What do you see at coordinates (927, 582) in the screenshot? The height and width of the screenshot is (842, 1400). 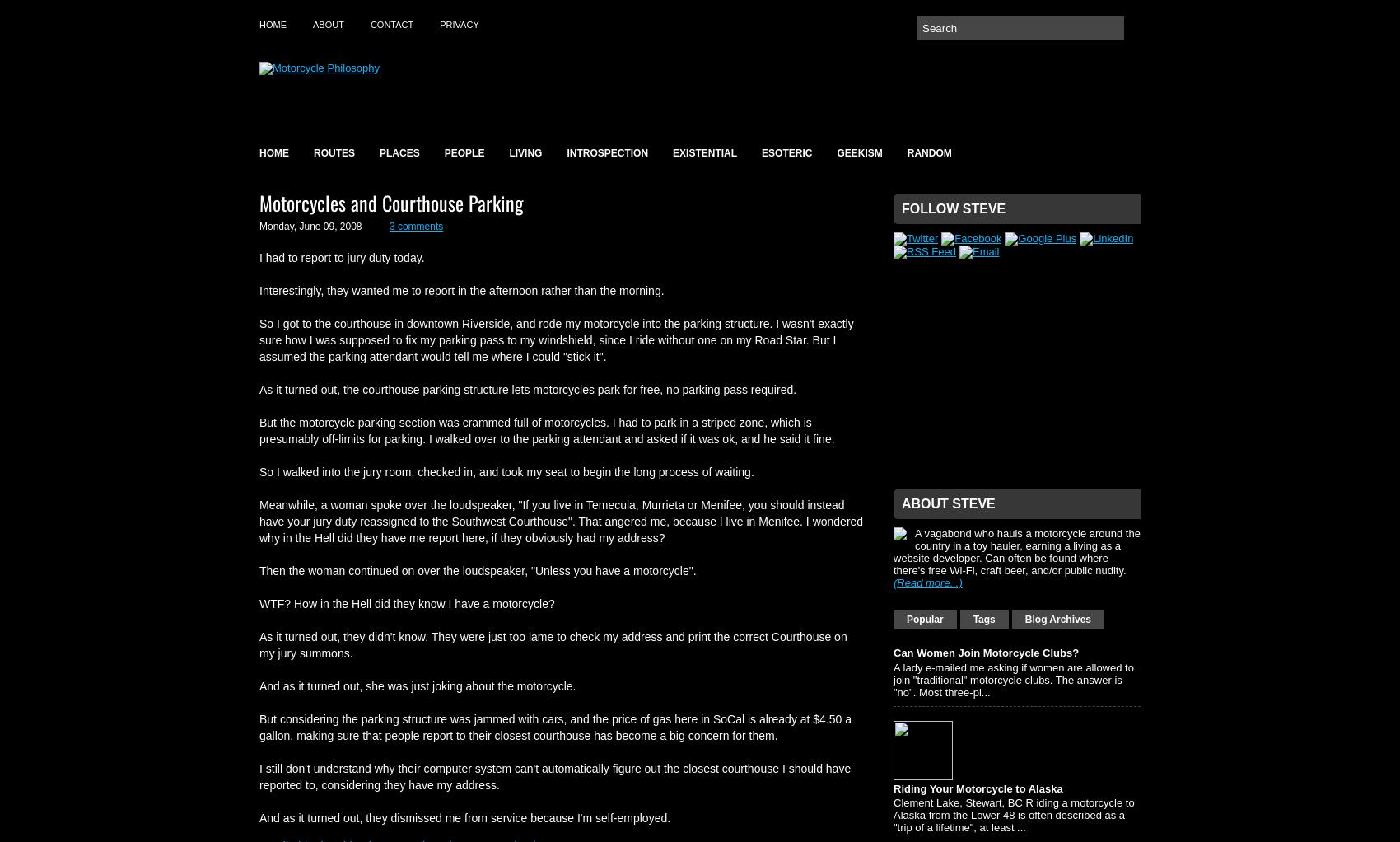 I see `'(Read more...)'` at bounding box center [927, 582].